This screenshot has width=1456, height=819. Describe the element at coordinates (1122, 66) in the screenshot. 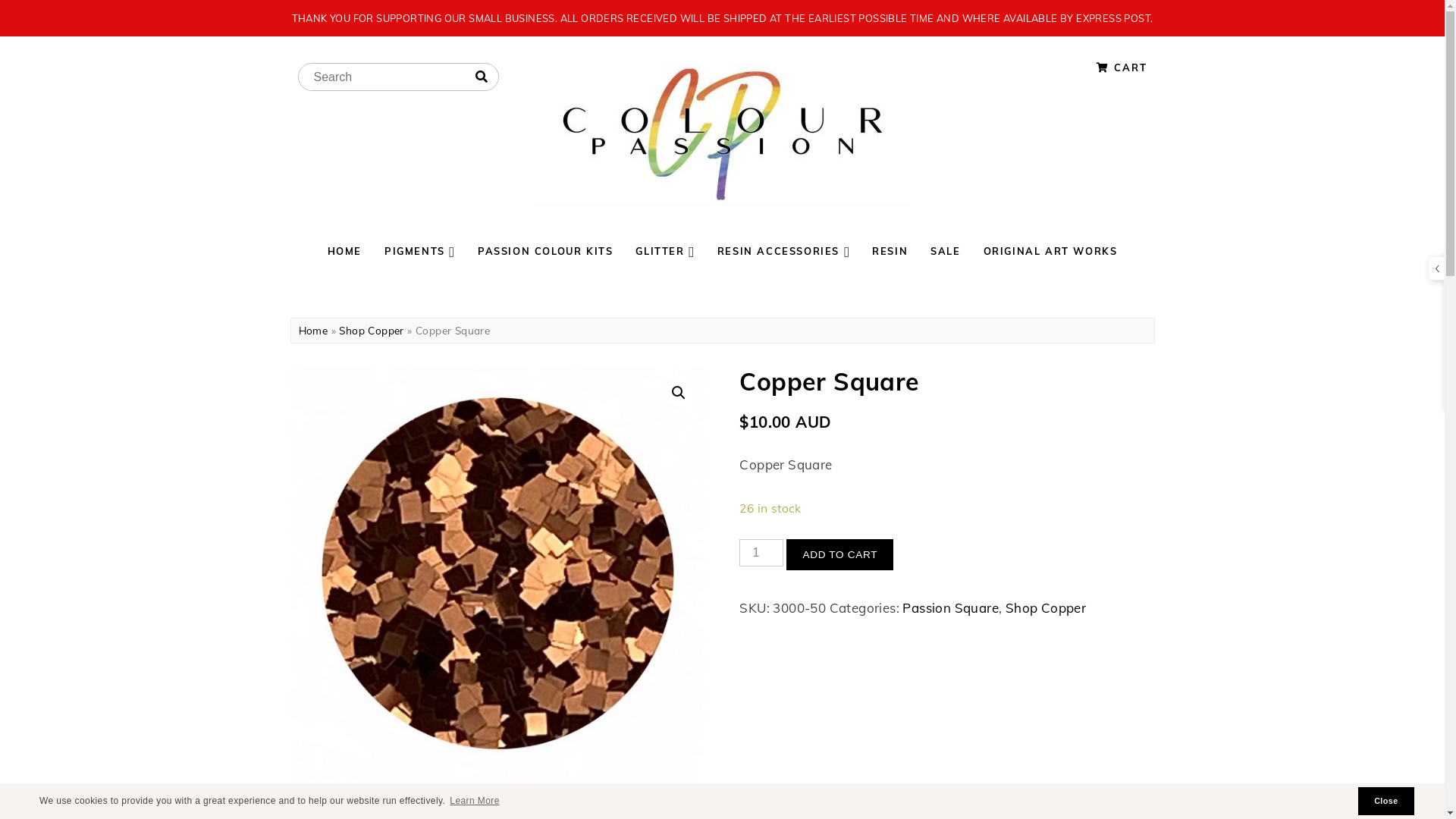

I see `'CART'` at that location.